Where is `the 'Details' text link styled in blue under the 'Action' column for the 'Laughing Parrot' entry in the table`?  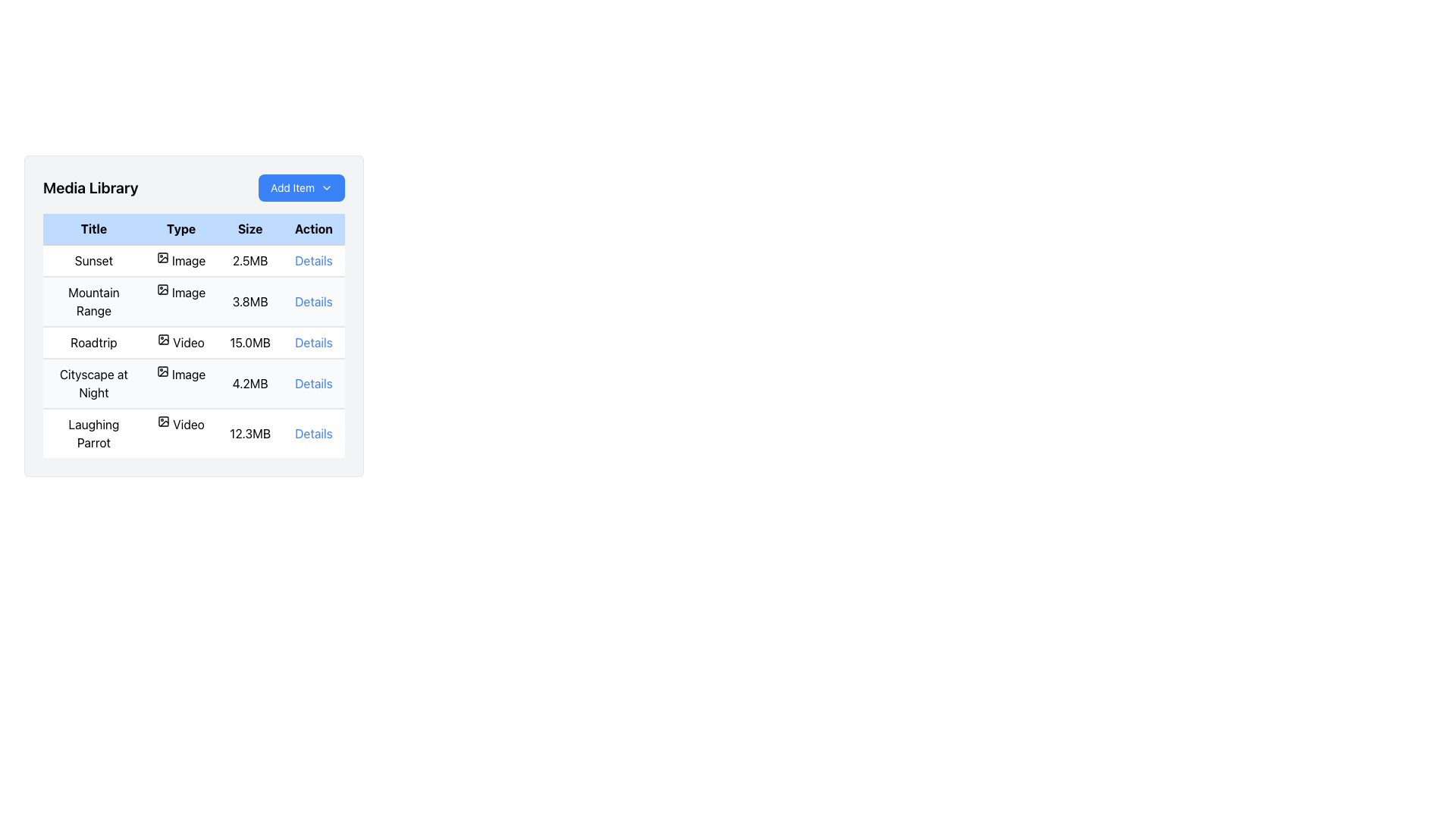
the 'Details' text link styled in blue under the 'Action' column for the 'Laughing Parrot' entry in the table is located at coordinates (312, 433).